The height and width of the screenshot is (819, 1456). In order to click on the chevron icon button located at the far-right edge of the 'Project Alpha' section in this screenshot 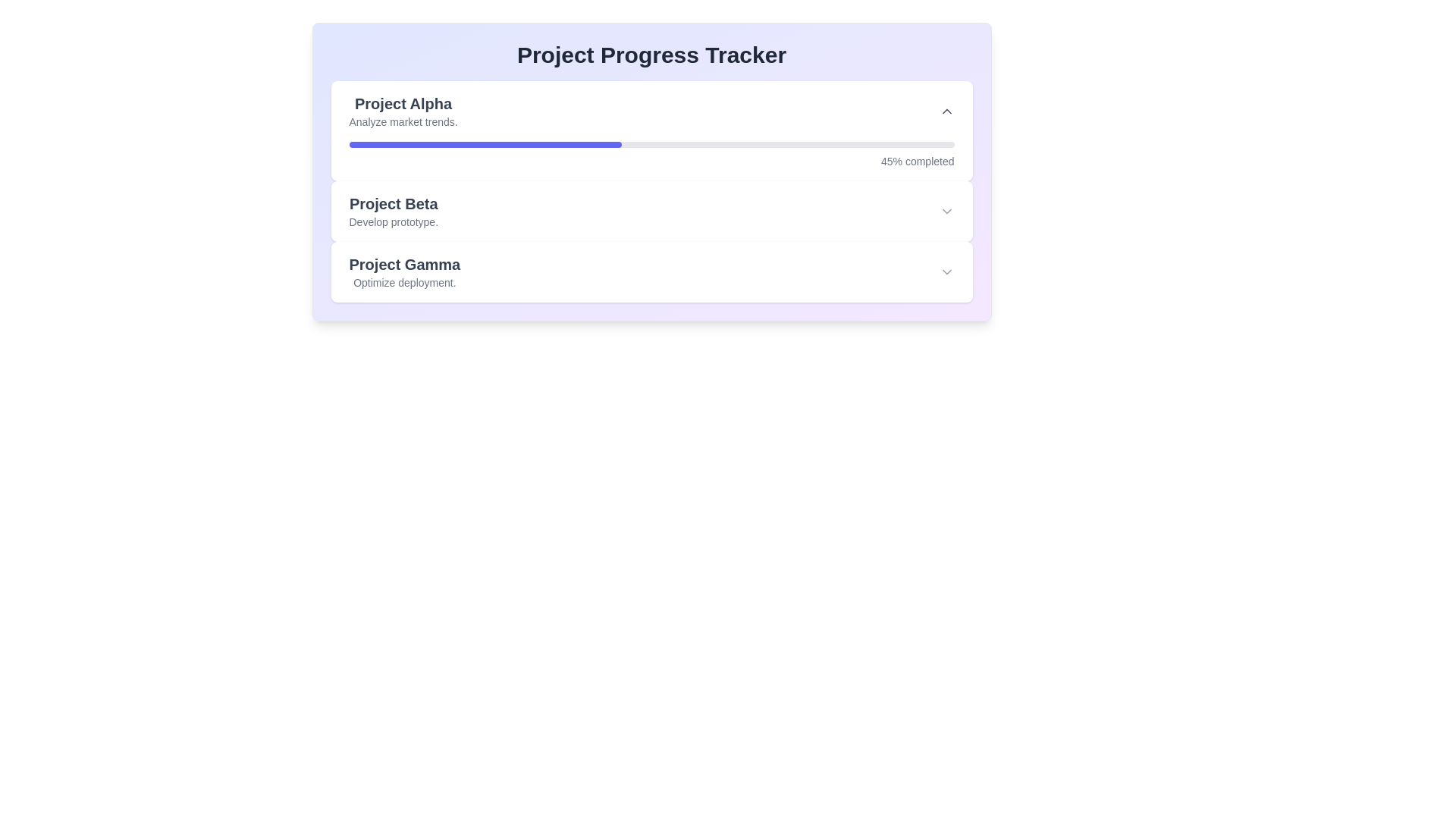, I will do `click(946, 110)`.